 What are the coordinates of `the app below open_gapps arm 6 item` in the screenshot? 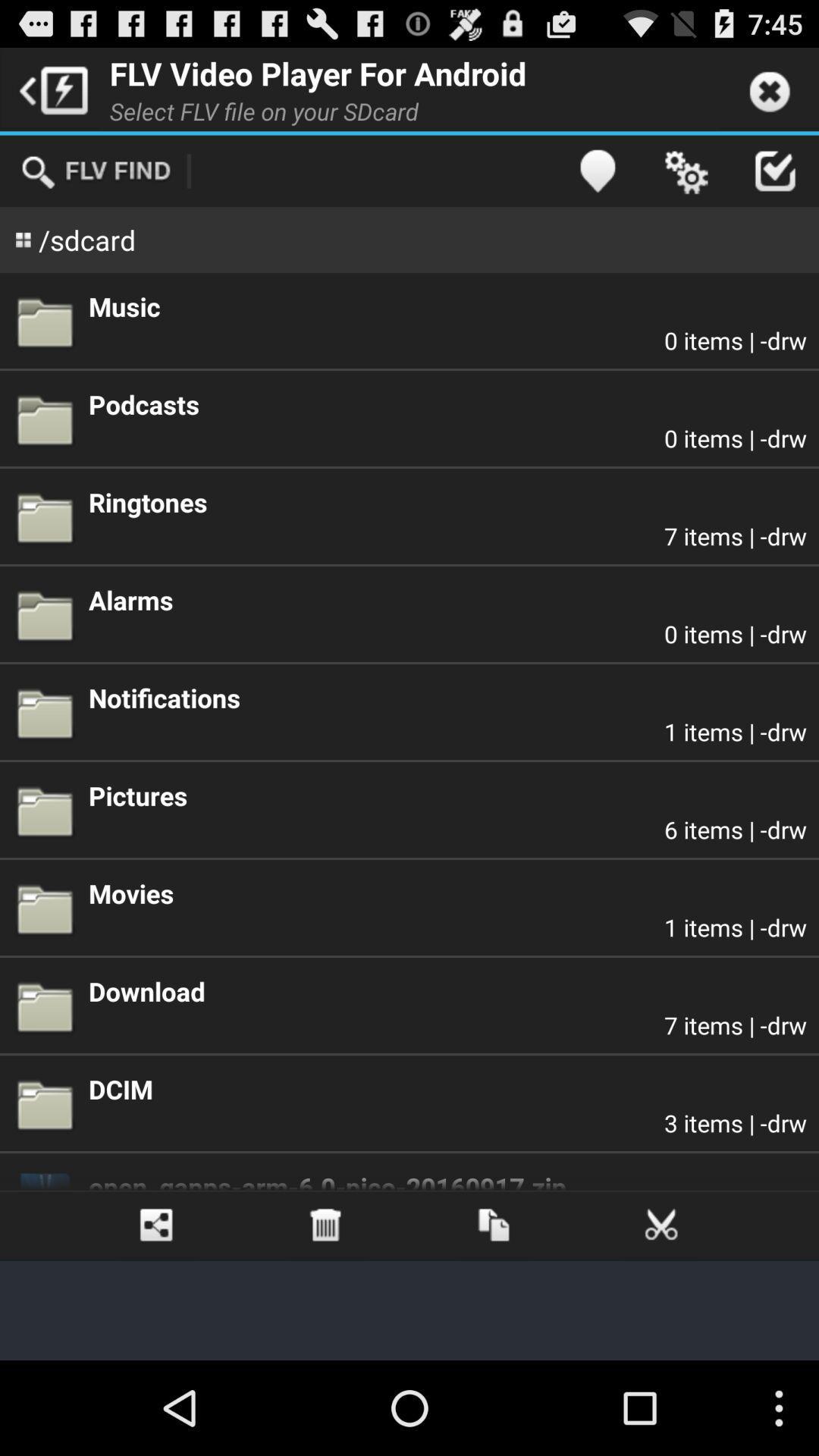 It's located at (324, 1225).